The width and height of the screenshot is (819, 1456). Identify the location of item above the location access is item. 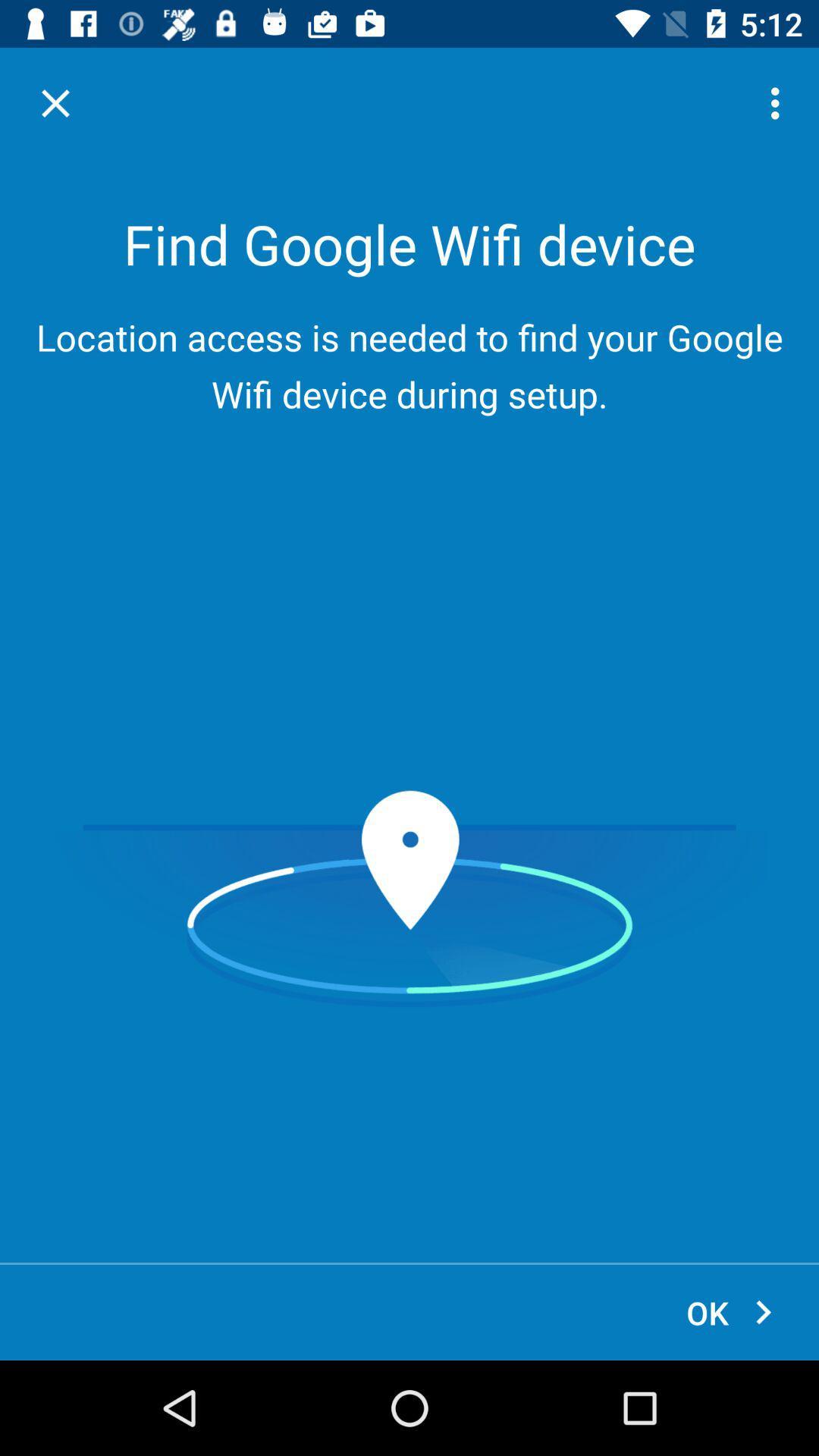
(55, 102).